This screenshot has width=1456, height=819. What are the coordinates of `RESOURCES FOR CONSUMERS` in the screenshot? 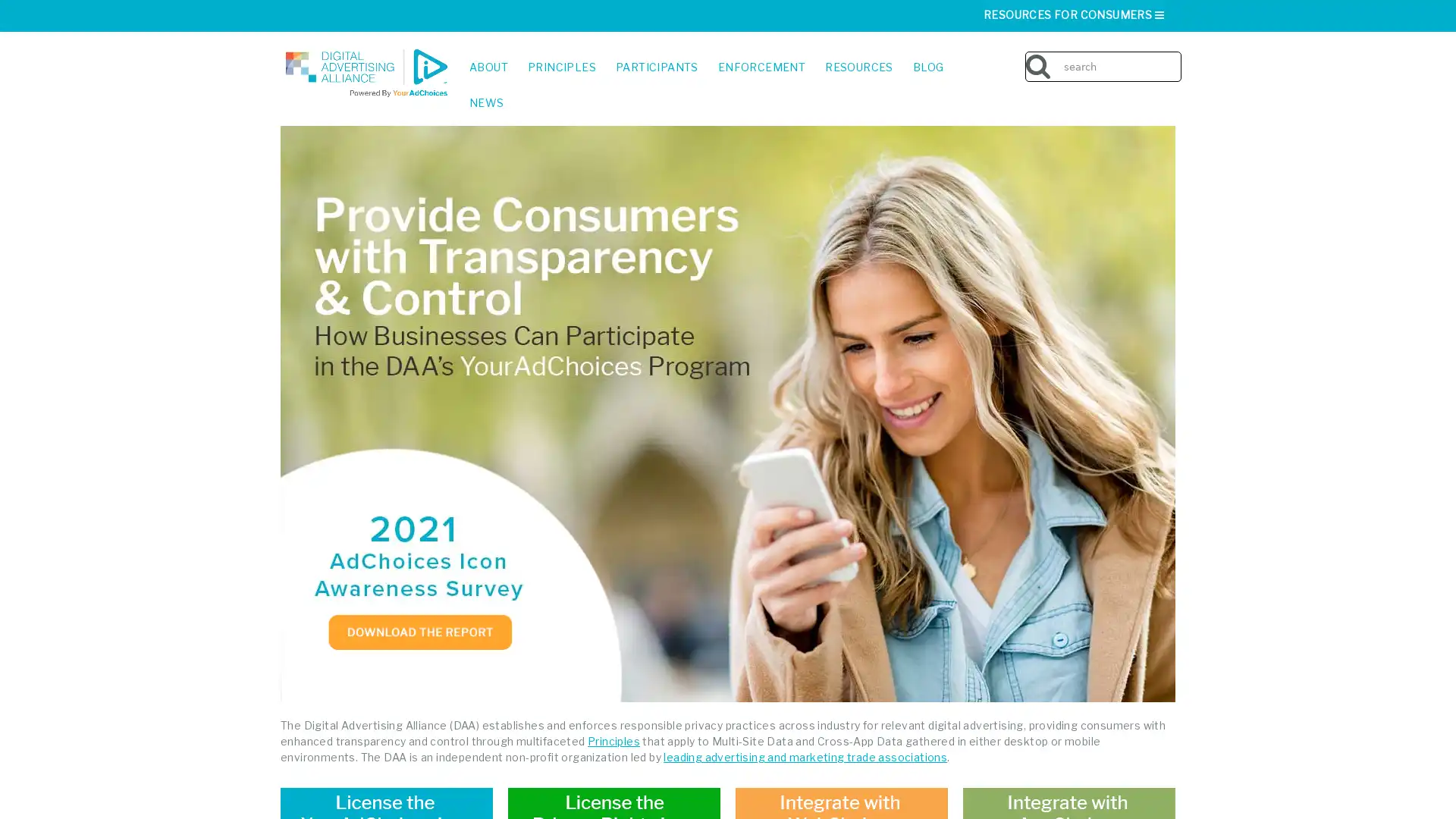 It's located at (1074, 14).